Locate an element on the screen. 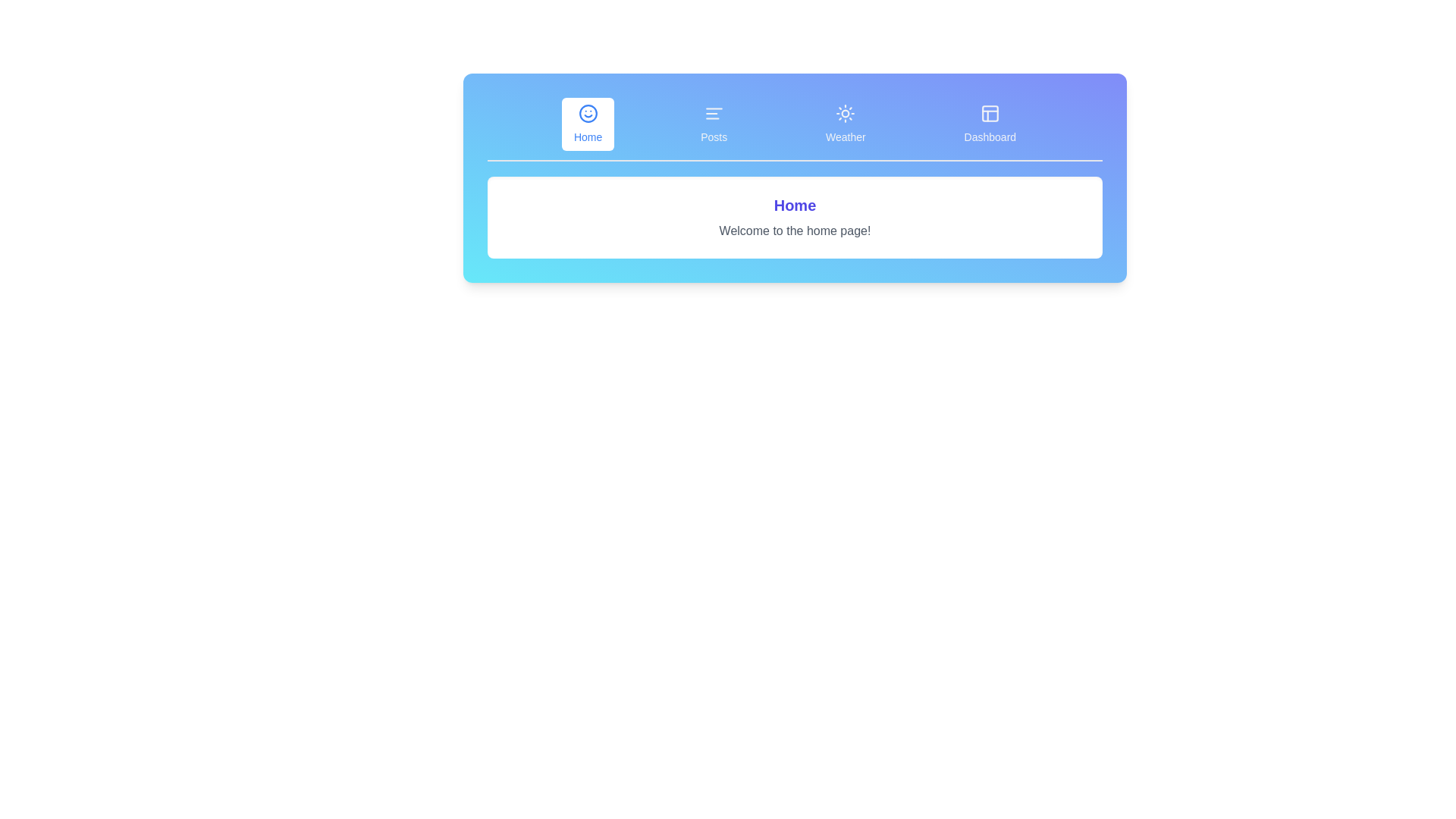  the tab labeled Home is located at coordinates (587, 124).